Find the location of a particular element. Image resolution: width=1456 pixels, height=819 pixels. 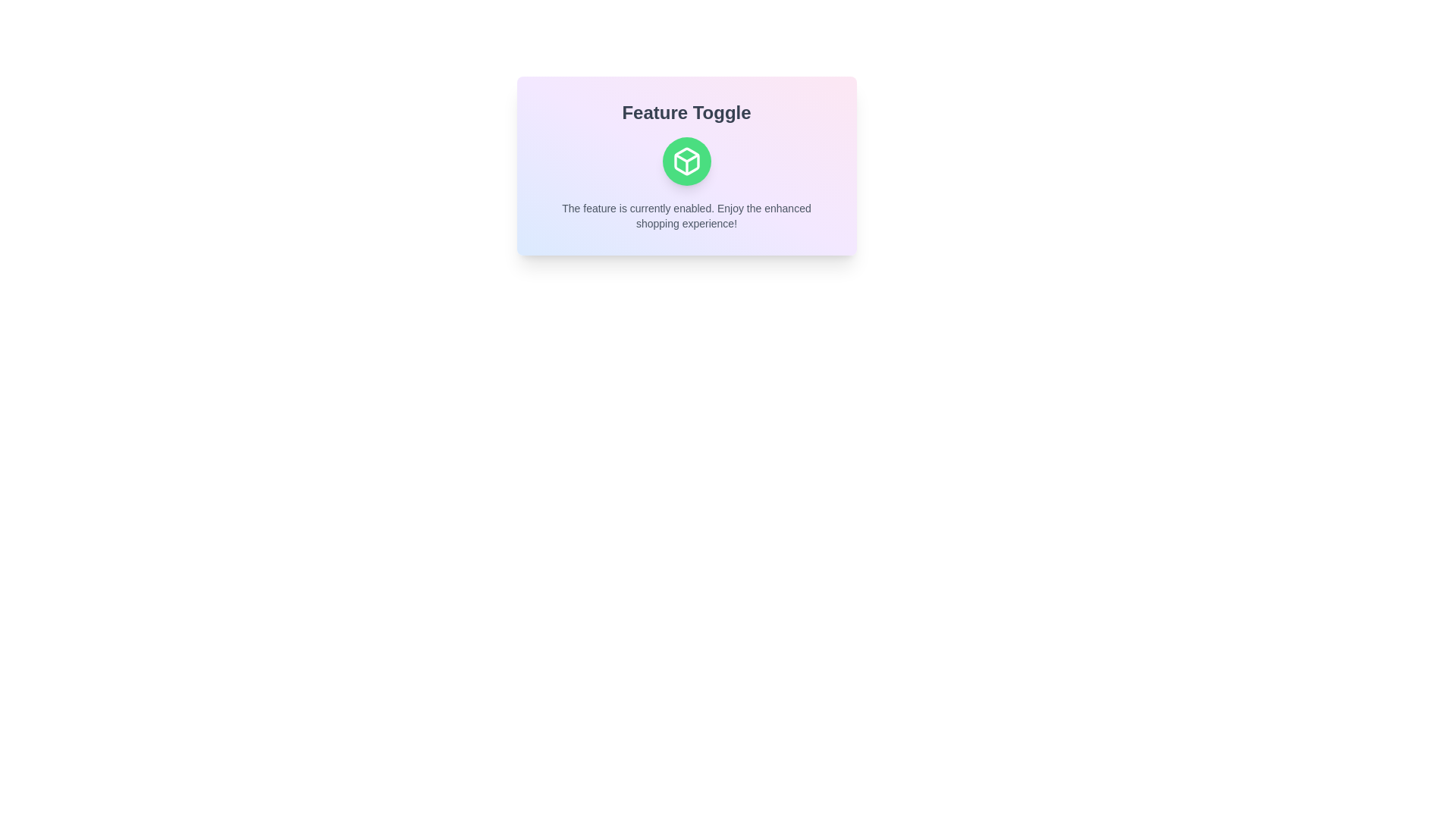

the interactive button located below the 'Feature Toggle' heading and above the paragraph indicating the feature is enabled is located at coordinates (686, 161).